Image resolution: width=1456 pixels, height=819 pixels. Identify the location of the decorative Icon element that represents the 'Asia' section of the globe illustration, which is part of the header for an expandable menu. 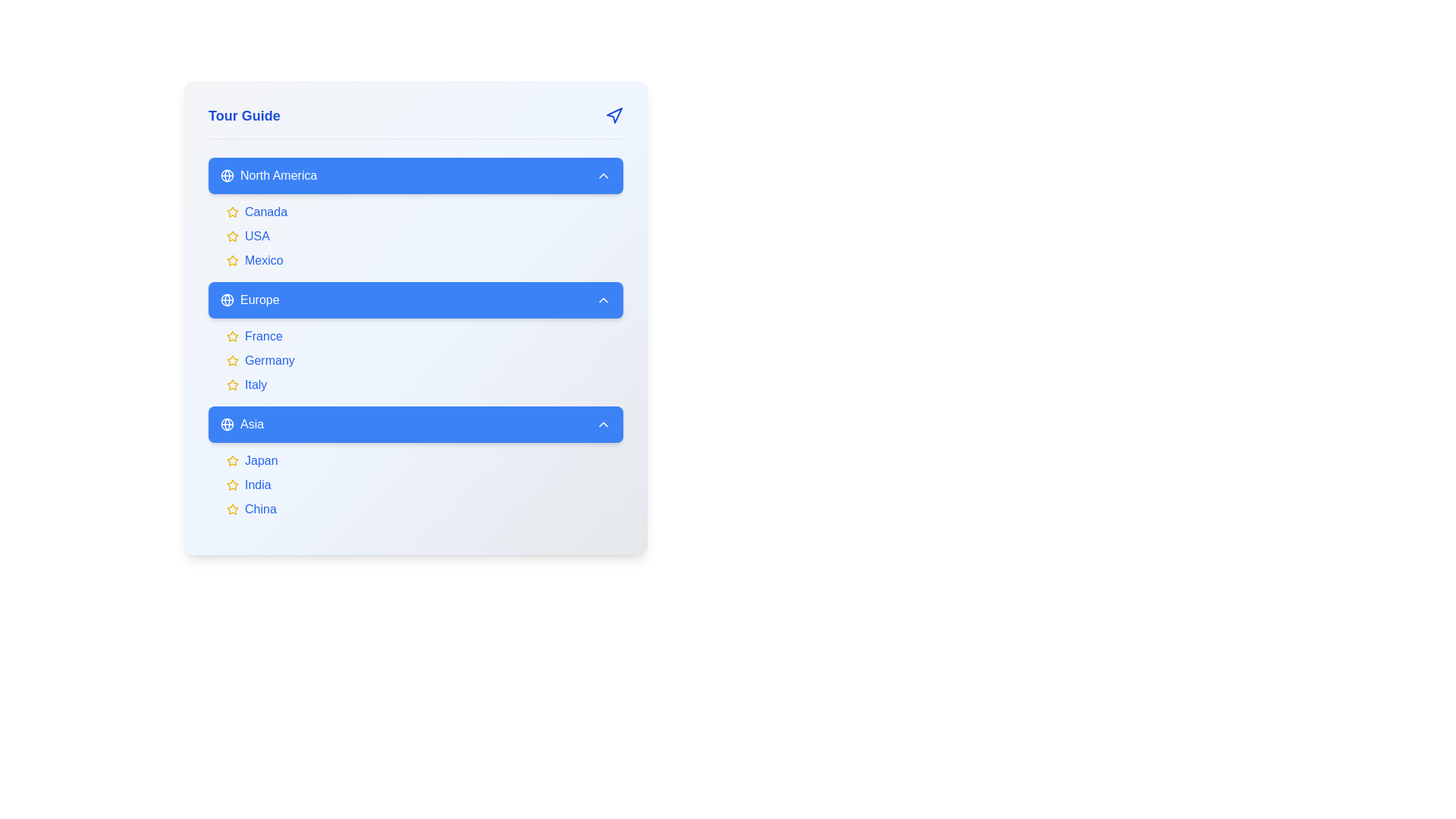
(226, 424).